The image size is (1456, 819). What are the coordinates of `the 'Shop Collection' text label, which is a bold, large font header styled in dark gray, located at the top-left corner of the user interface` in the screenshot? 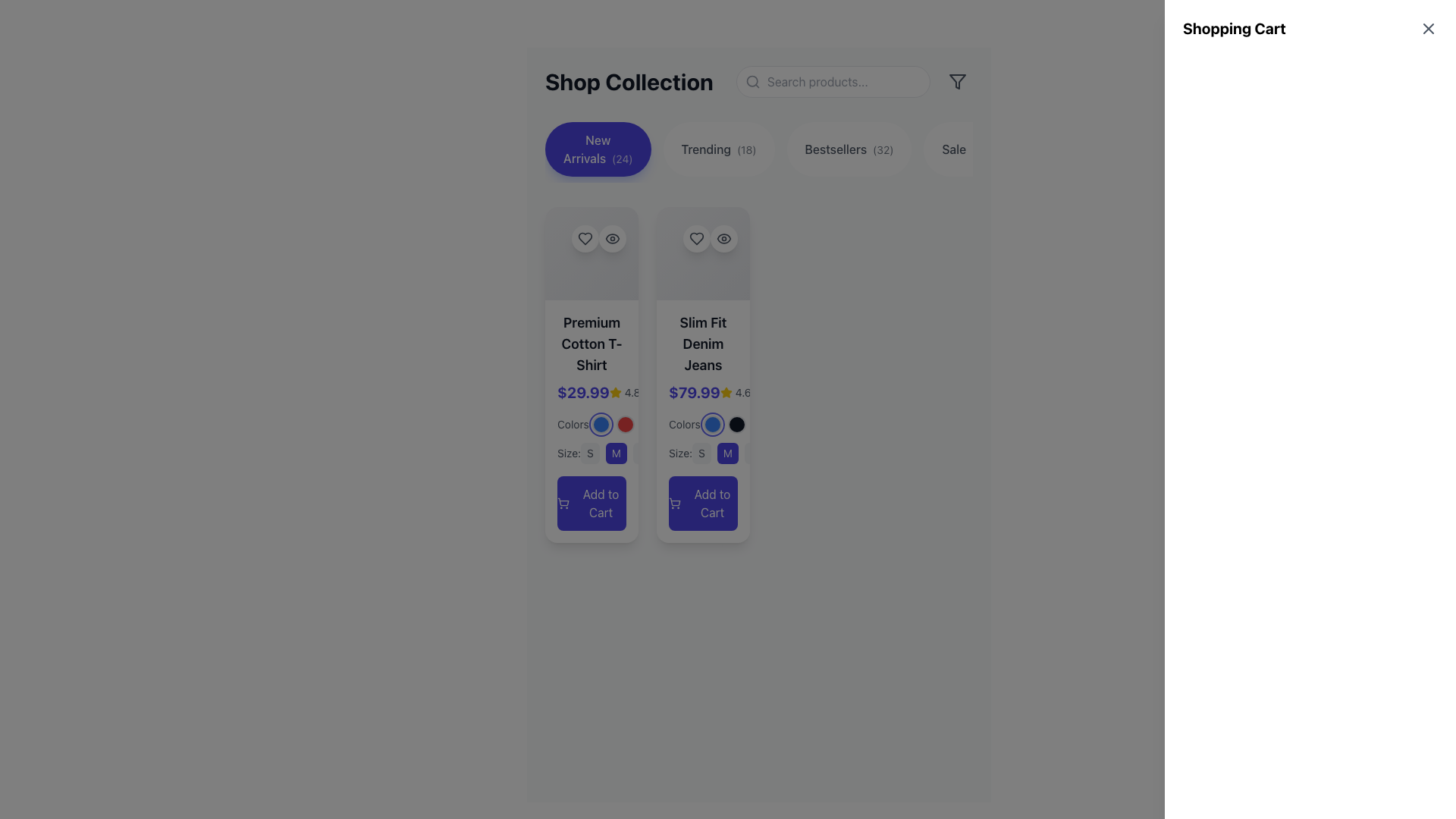 It's located at (629, 82).